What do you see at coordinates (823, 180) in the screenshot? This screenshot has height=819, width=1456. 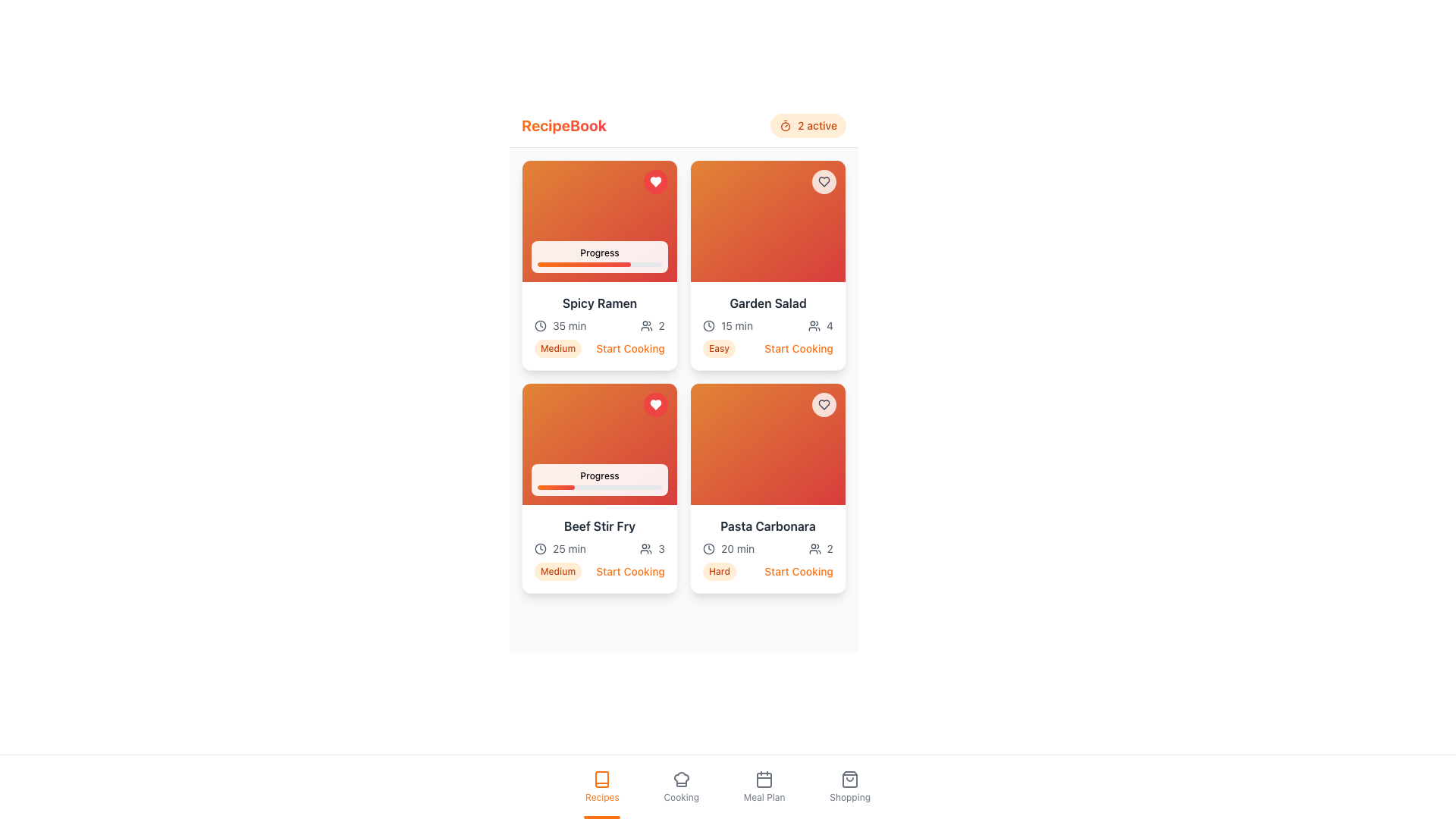 I see `the small rounded circular button with a dark gray heart icon in the top-right corner of the 'Garden Salad' card to mark the item as favorite` at bounding box center [823, 180].